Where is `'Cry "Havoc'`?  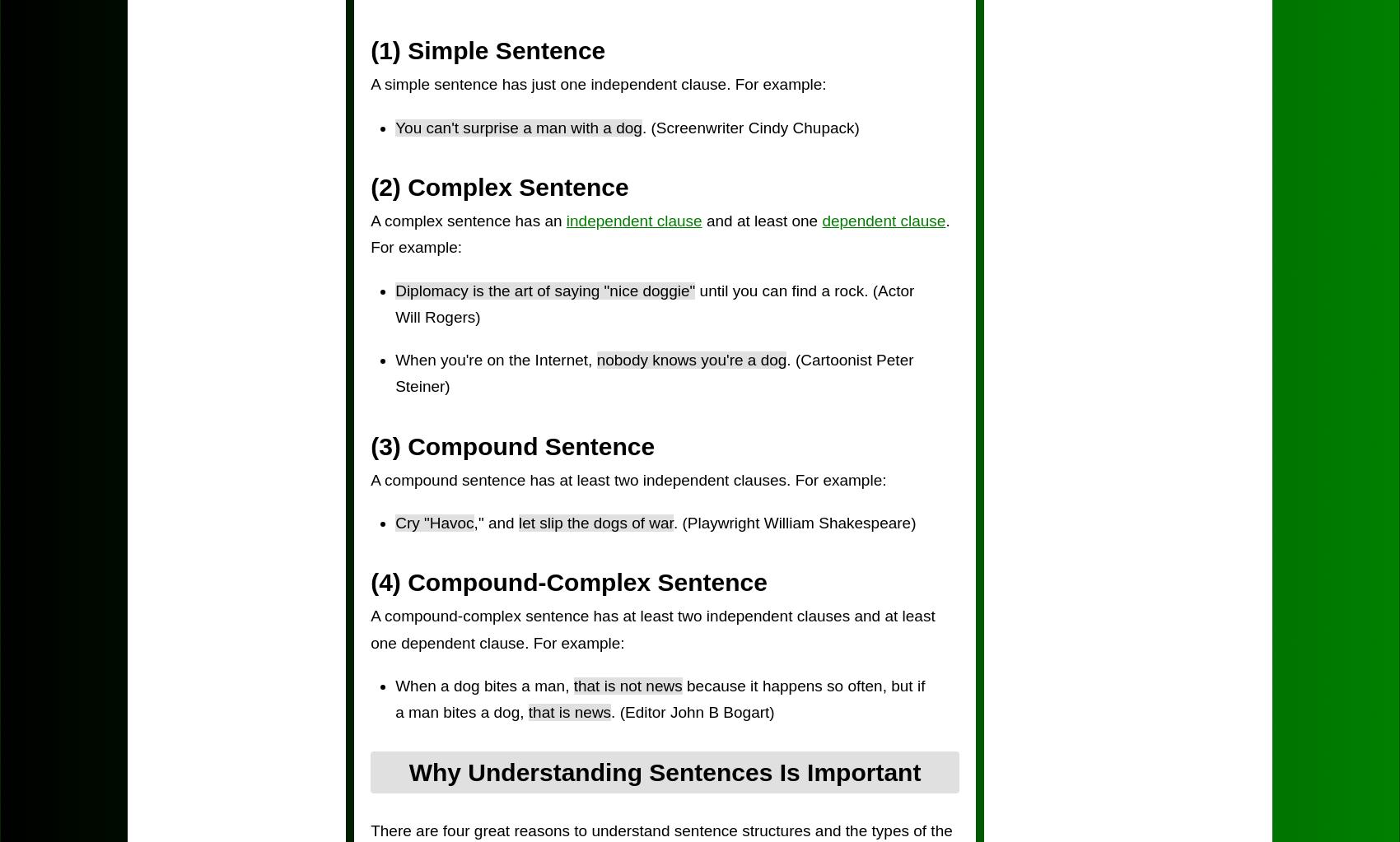
'Cry "Havoc' is located at coordinates (434, 523).